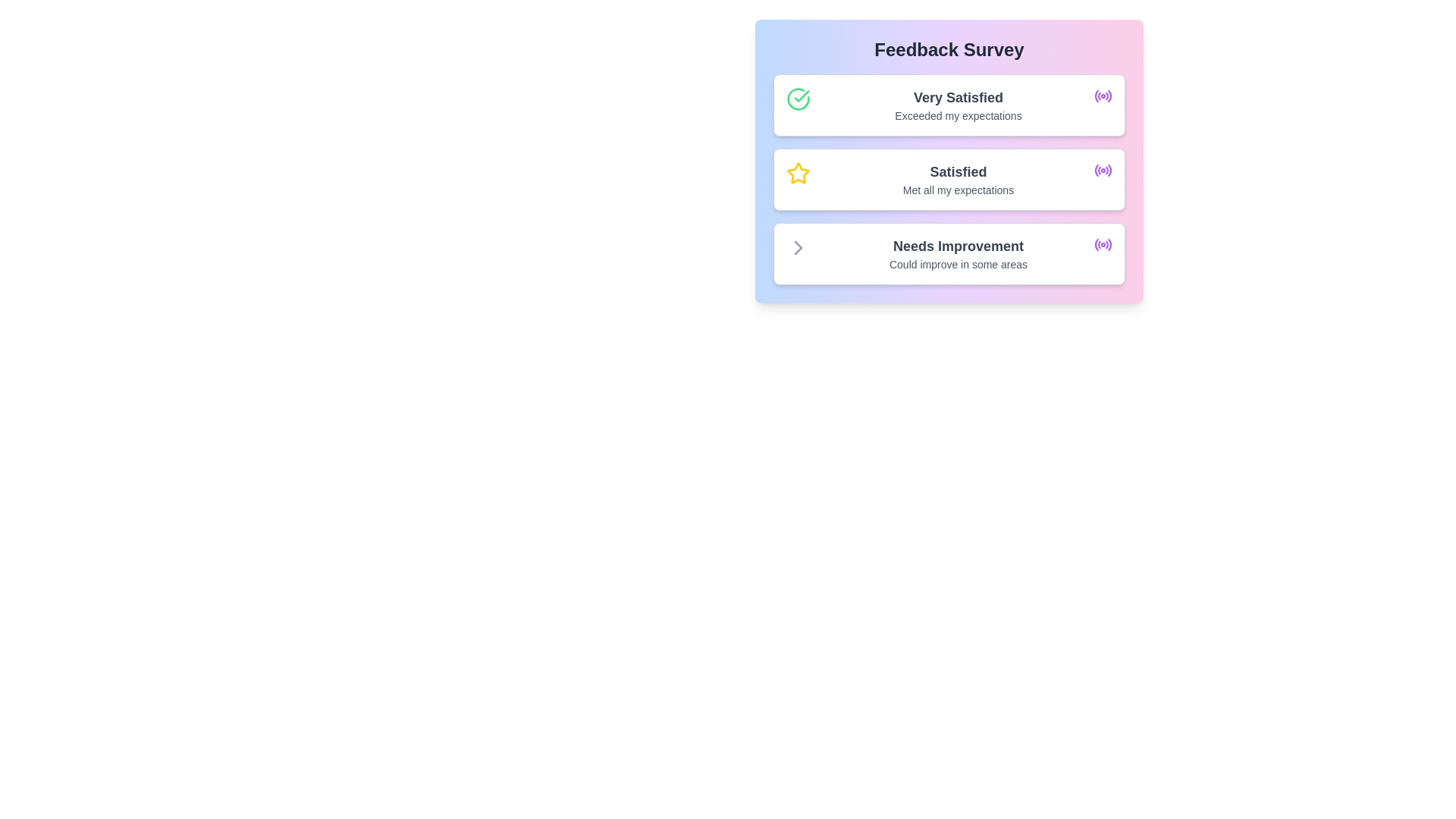 Image resolution: width=1456 pixels, height=819 pixels. What do you see at coordinates (797, 172) in the screenshot?
I see `the star icon representing the 'Satisfied' feedback option located to the left of the text 'Satisfied' in the survey card` at bounding box center [797, 172].